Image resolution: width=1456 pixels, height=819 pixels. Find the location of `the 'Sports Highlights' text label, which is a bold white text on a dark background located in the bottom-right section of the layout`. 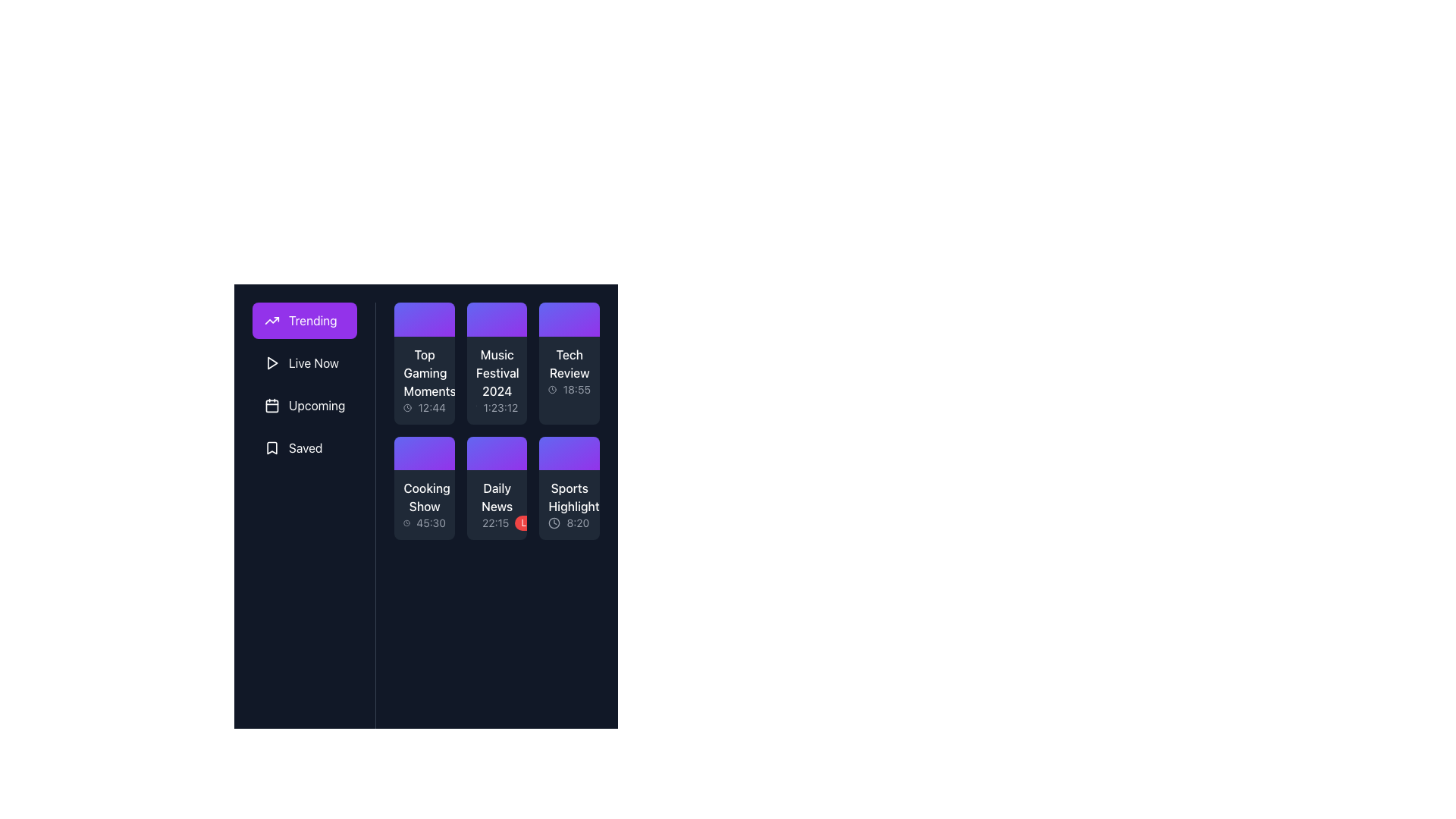

the 'Sports Highlights' text label, which is a bold white text on a dark background located in the bottom-right section of the layout is located at coordinates (569, 497).